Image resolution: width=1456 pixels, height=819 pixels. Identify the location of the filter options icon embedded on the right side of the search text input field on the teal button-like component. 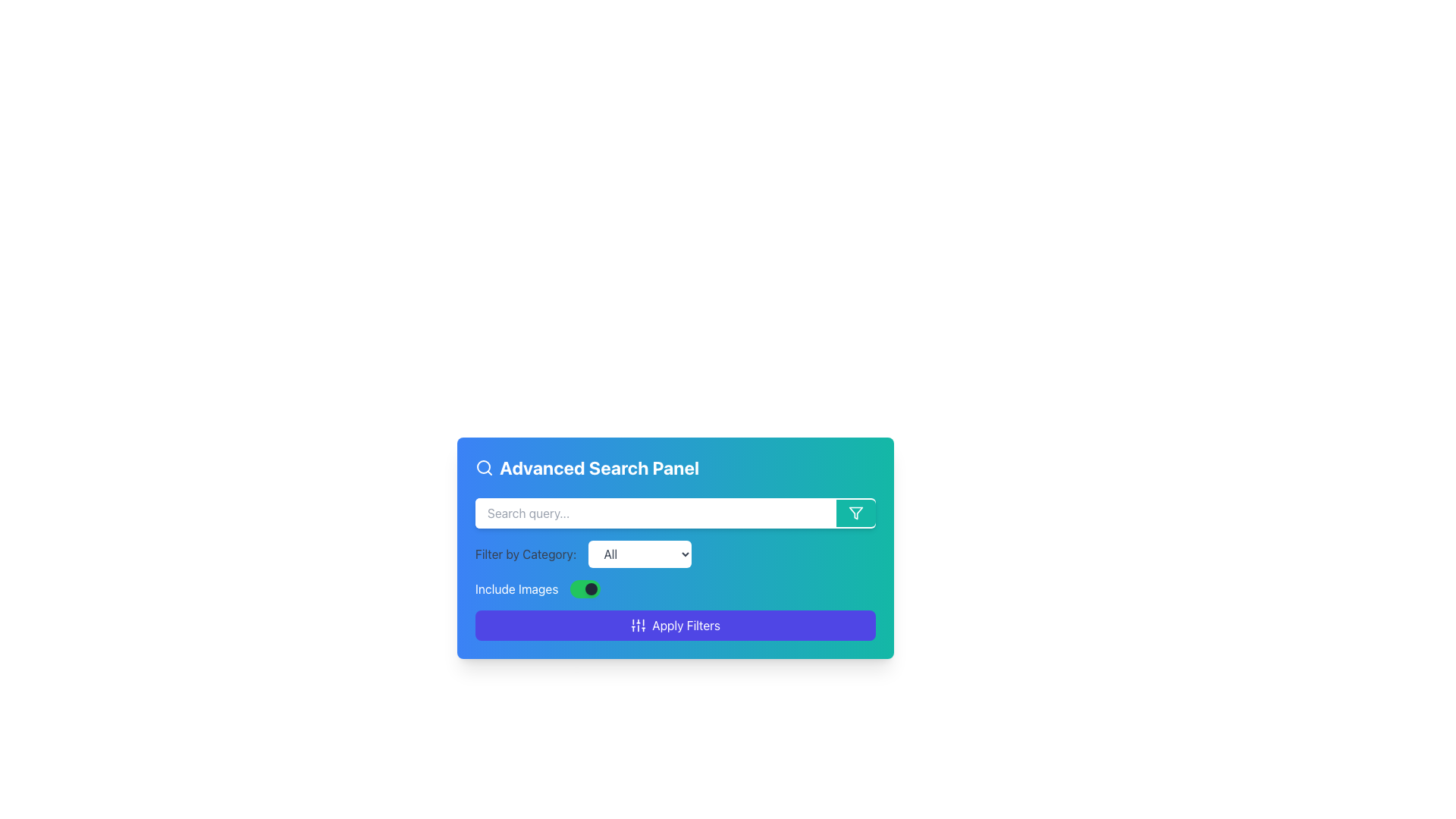
(855, 513).